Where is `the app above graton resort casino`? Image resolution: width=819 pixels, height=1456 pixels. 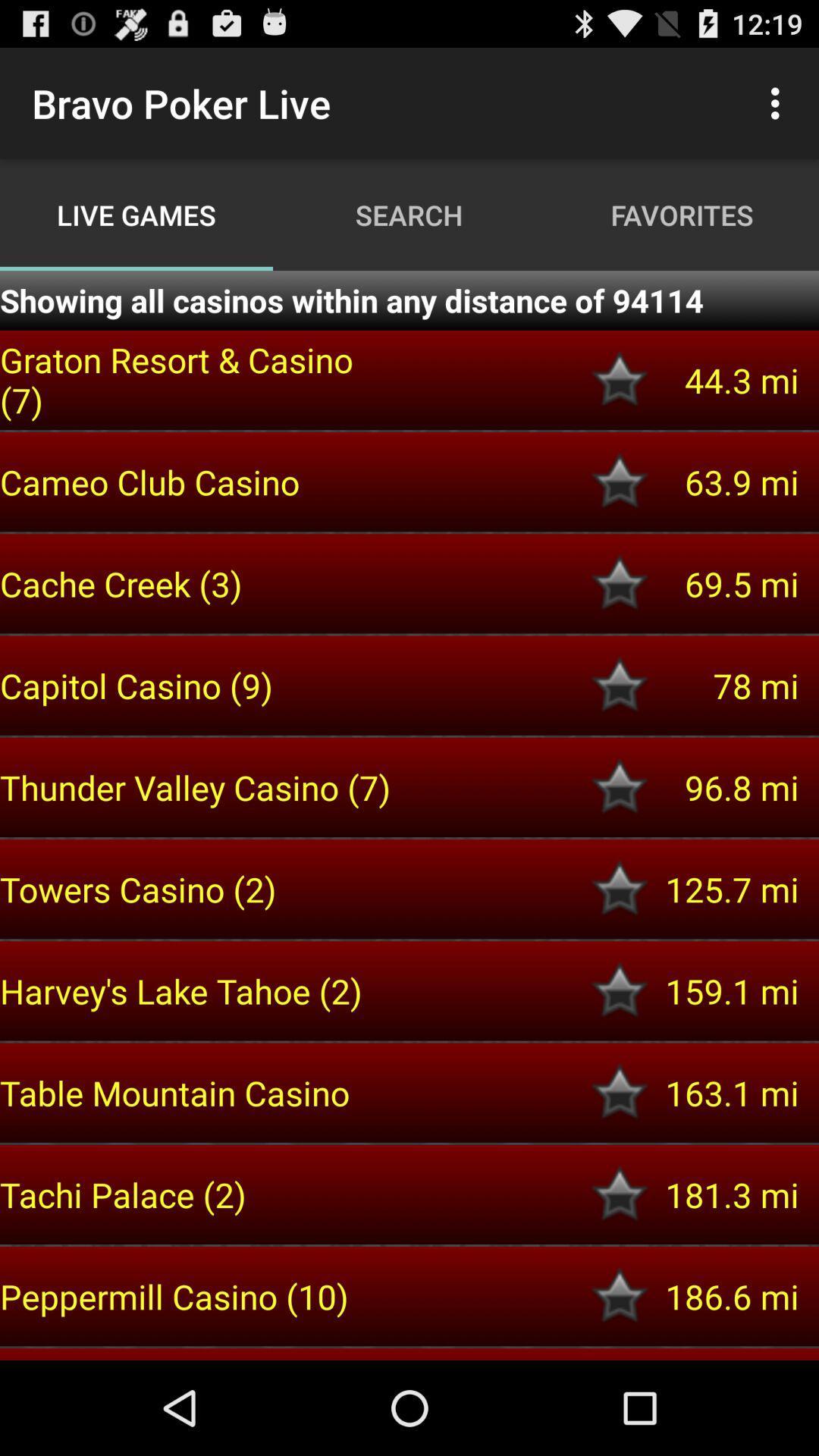
the app above graton resort casino is located at coordinates (409, 300).